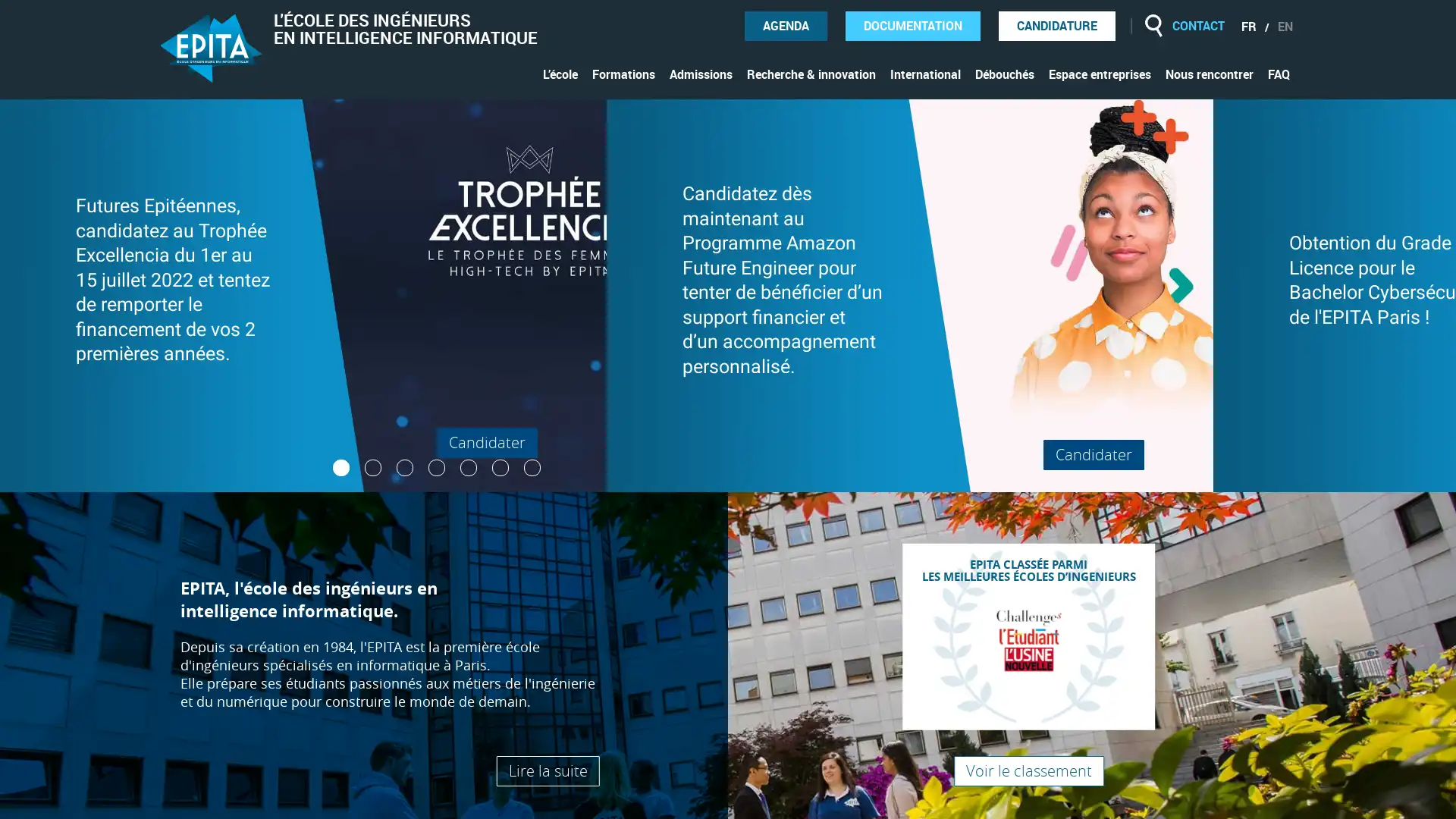  I want to click on Rechercher, so click(1153, 25).